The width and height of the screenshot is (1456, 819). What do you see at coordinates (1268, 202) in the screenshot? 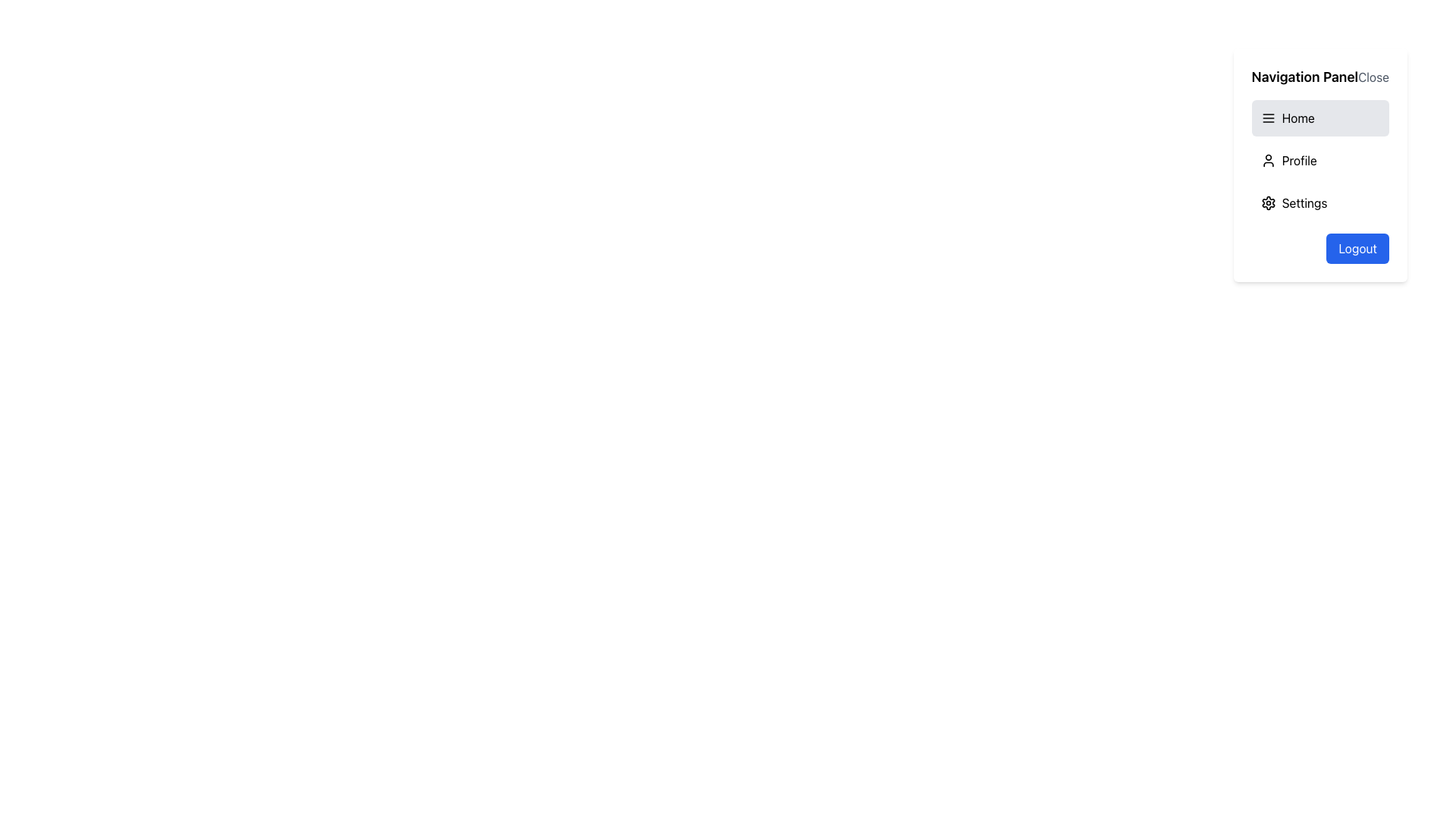
I see `the cogwheel icon located under the navigation menu` at bounding box center [1268, 202].